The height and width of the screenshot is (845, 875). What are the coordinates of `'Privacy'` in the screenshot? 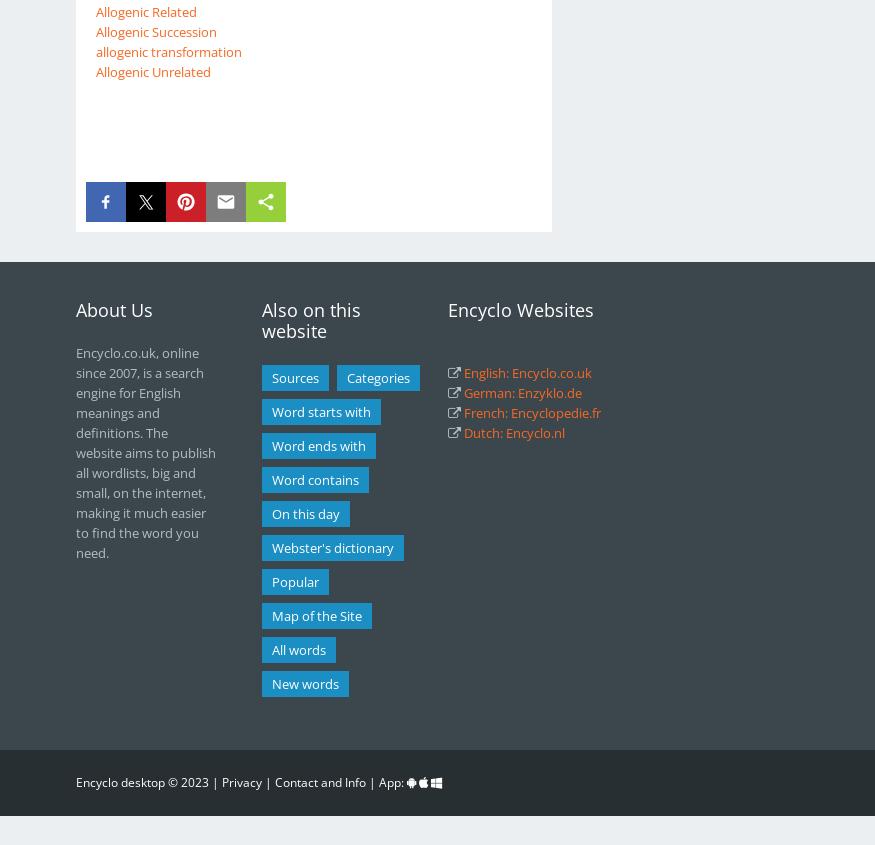 It's located at (240, 781).